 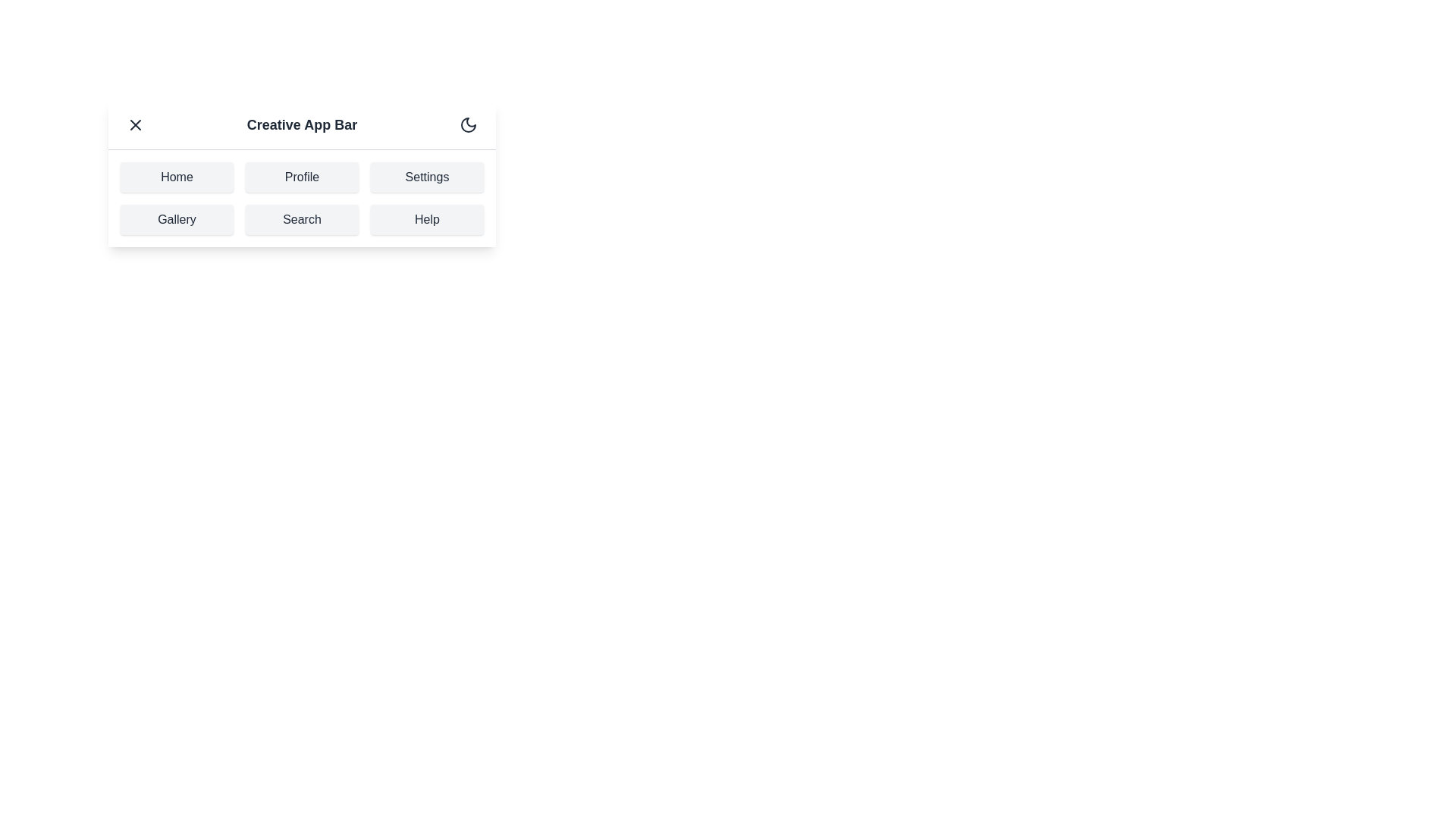 I want to click on the navigation item labeled Help, so click(x=426, y=219).